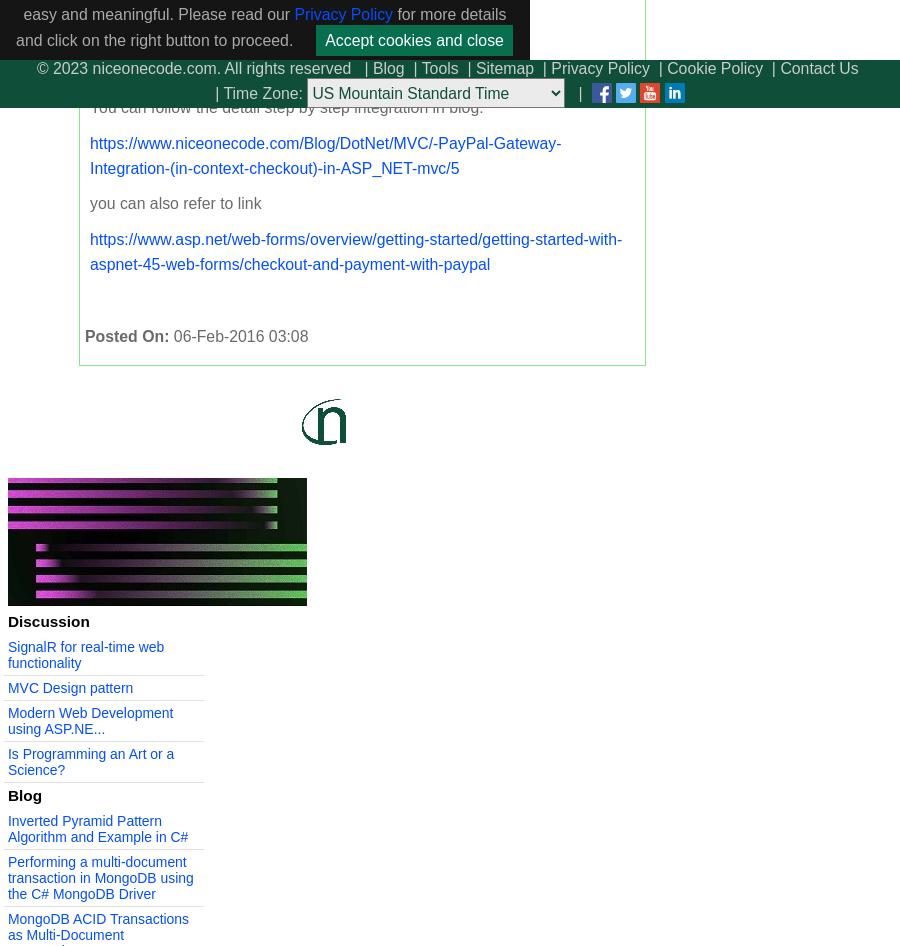  I want to click on '© 2023 niceonecode.com. All rights reserved', so click(193, 68).